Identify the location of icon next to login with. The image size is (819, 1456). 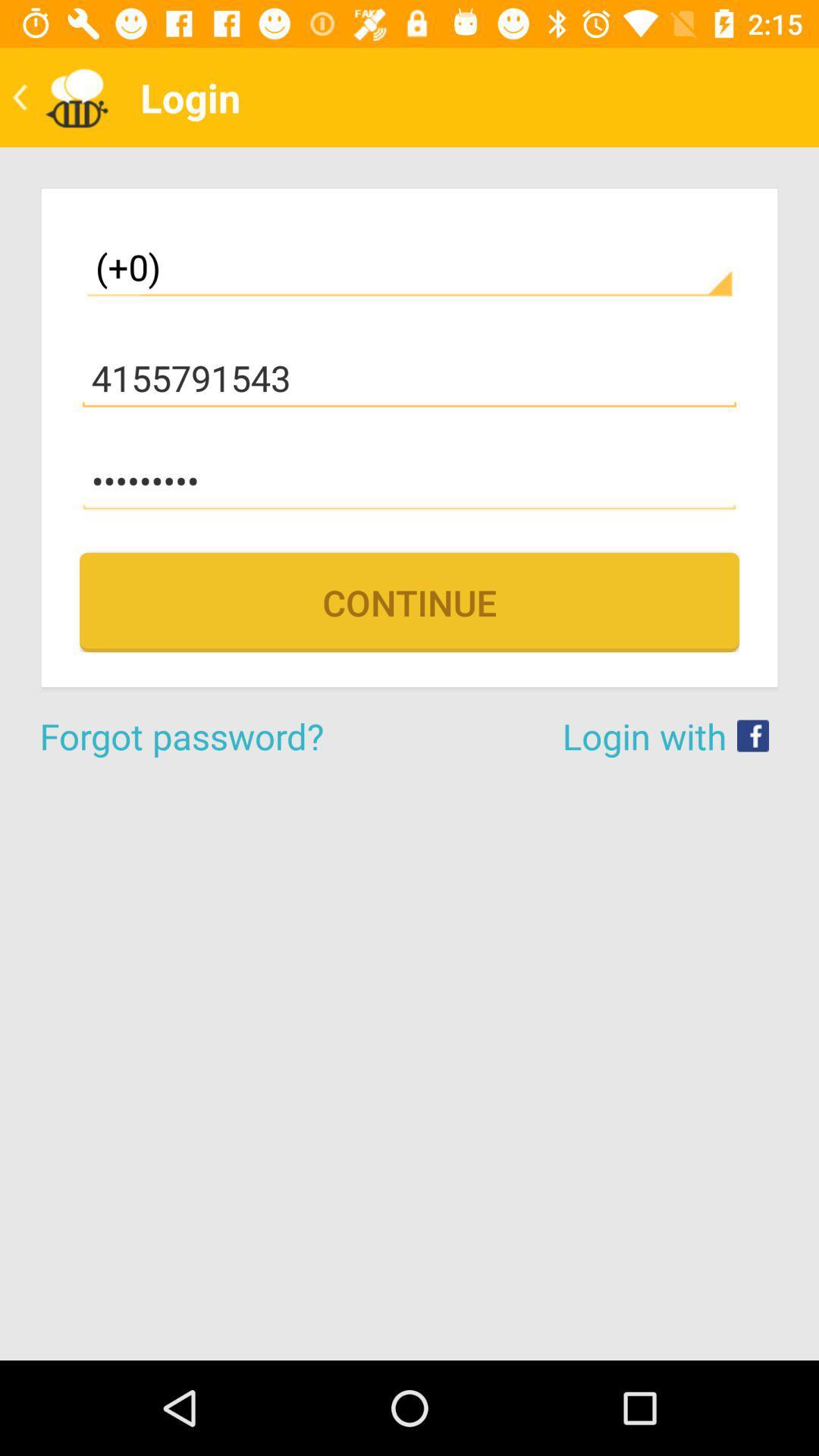
(224, 736).